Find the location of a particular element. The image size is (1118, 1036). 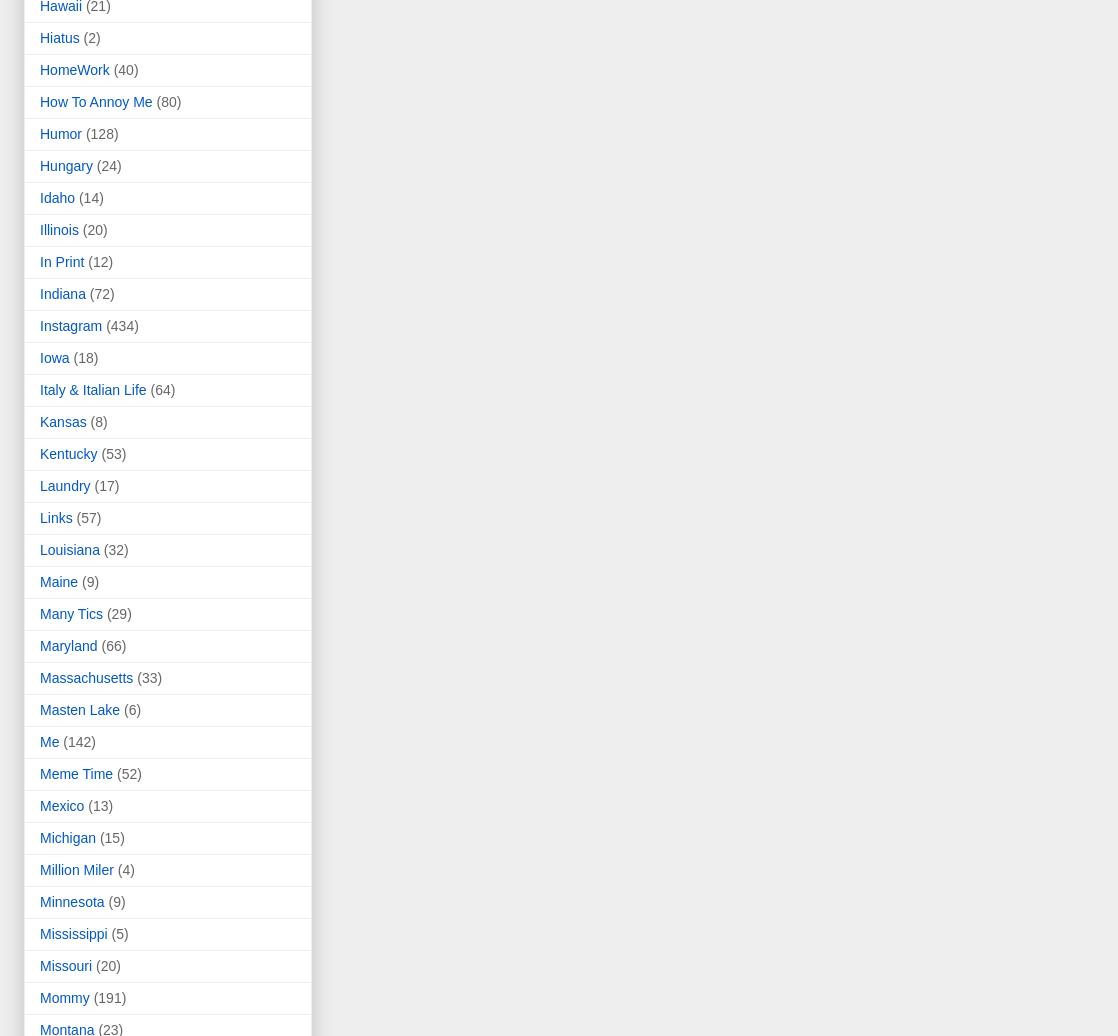

'(40)' is located at coordinates (125, 70).